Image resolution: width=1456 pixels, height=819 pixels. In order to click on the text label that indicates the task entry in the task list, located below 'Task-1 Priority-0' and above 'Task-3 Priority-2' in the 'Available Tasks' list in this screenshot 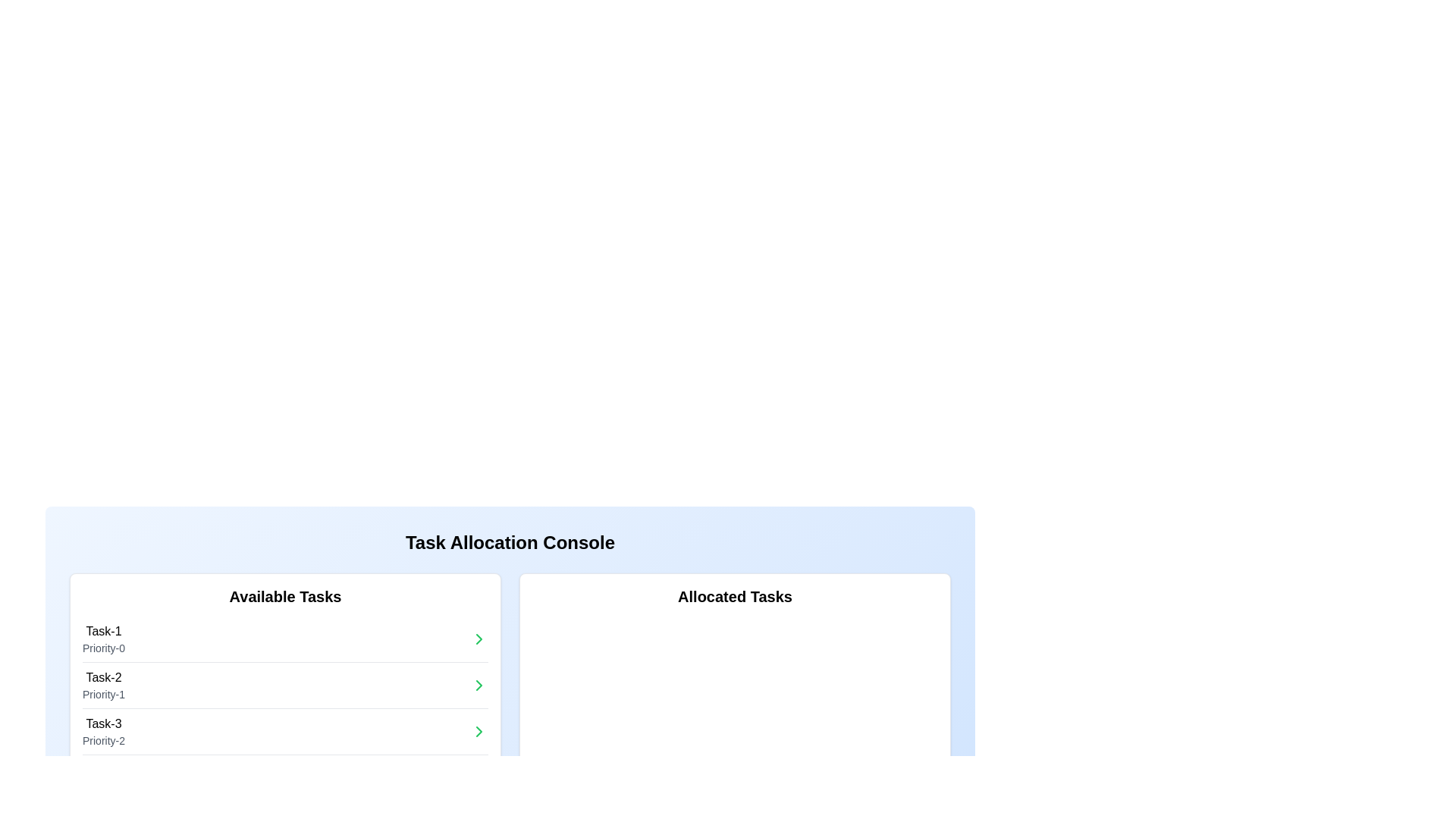, I will do `click(103, 677)`.